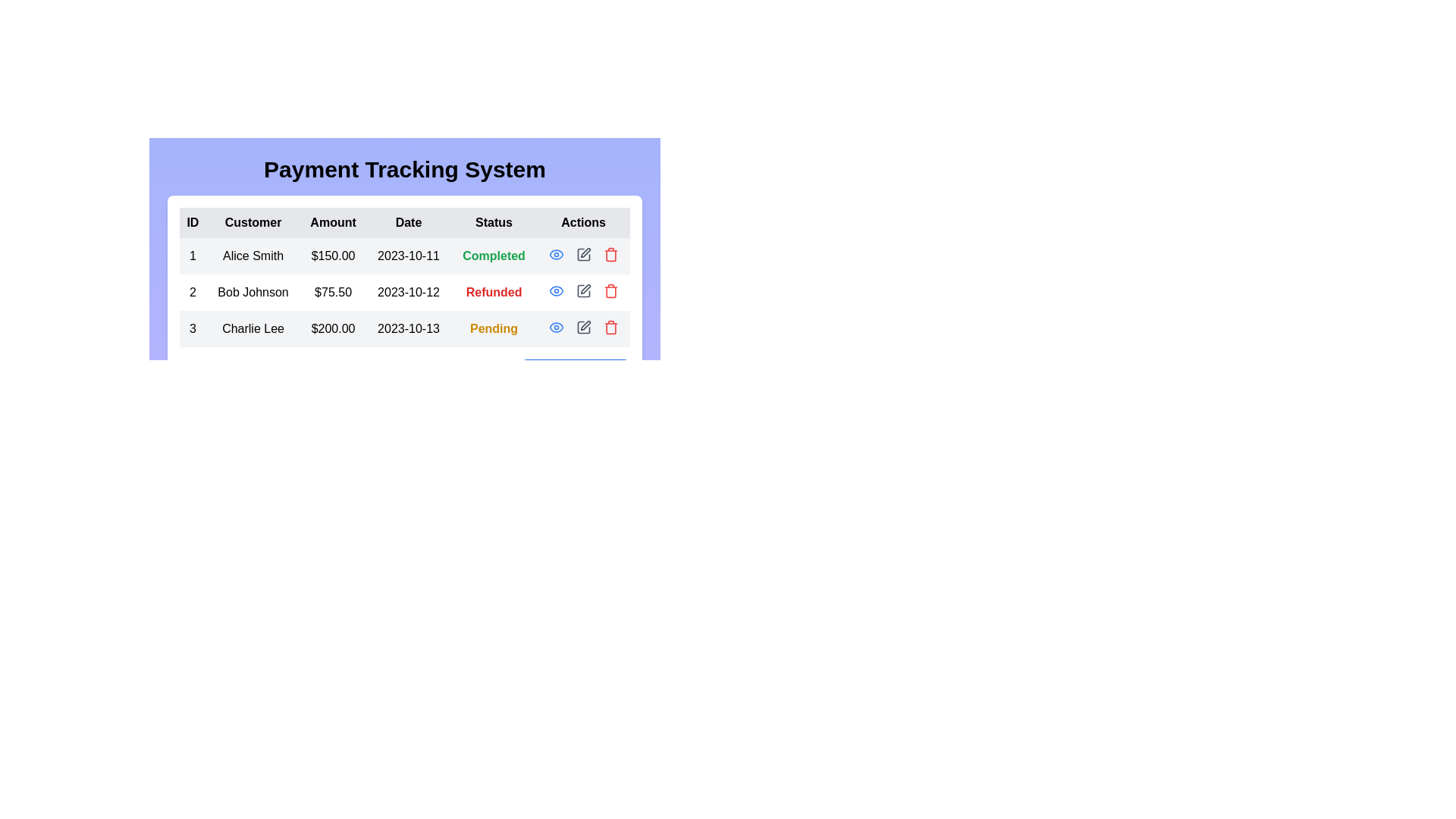  I want to click on the edit icon located in the 'Actions' column of the second row of the table, so click(582, 291).